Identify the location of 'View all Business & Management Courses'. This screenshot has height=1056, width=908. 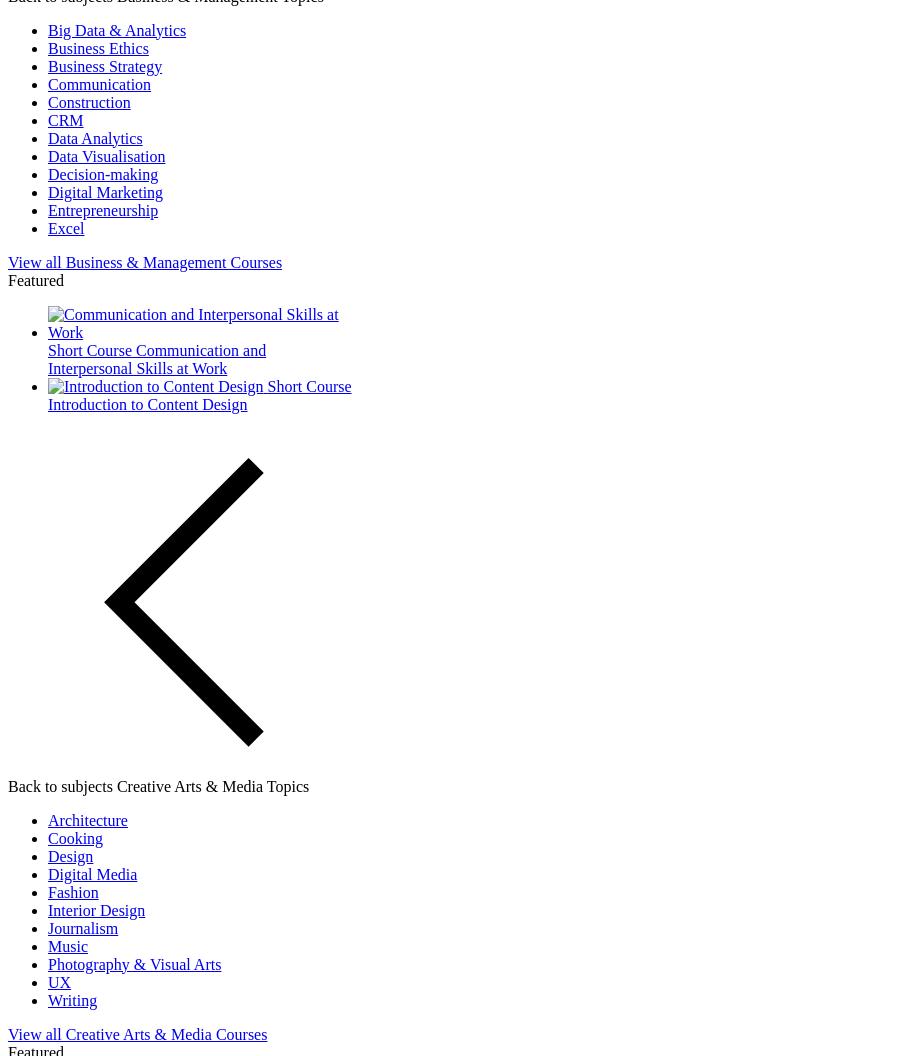
(6, 260).